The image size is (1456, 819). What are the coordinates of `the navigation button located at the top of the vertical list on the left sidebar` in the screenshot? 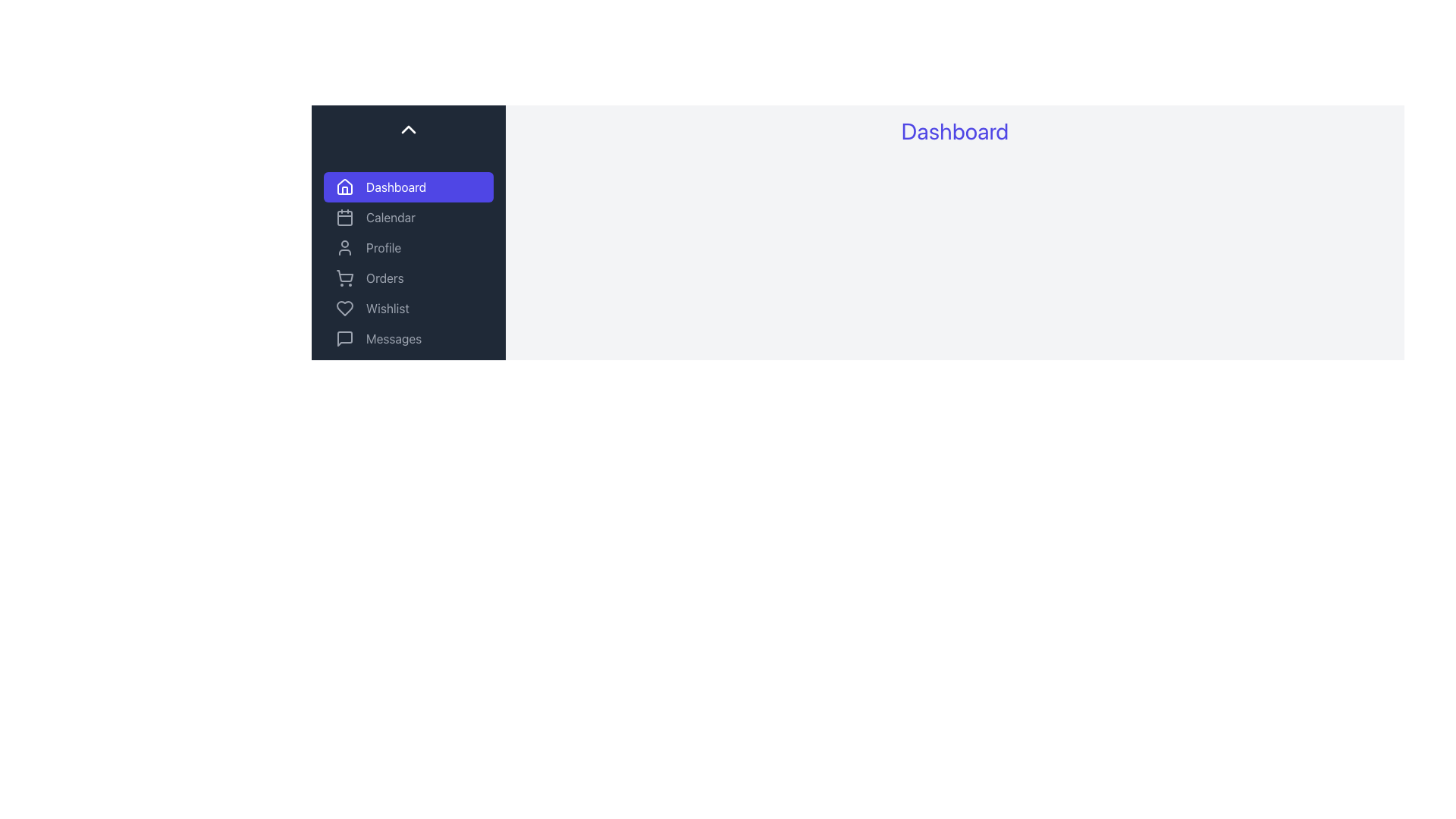 It's located at (408, 186).